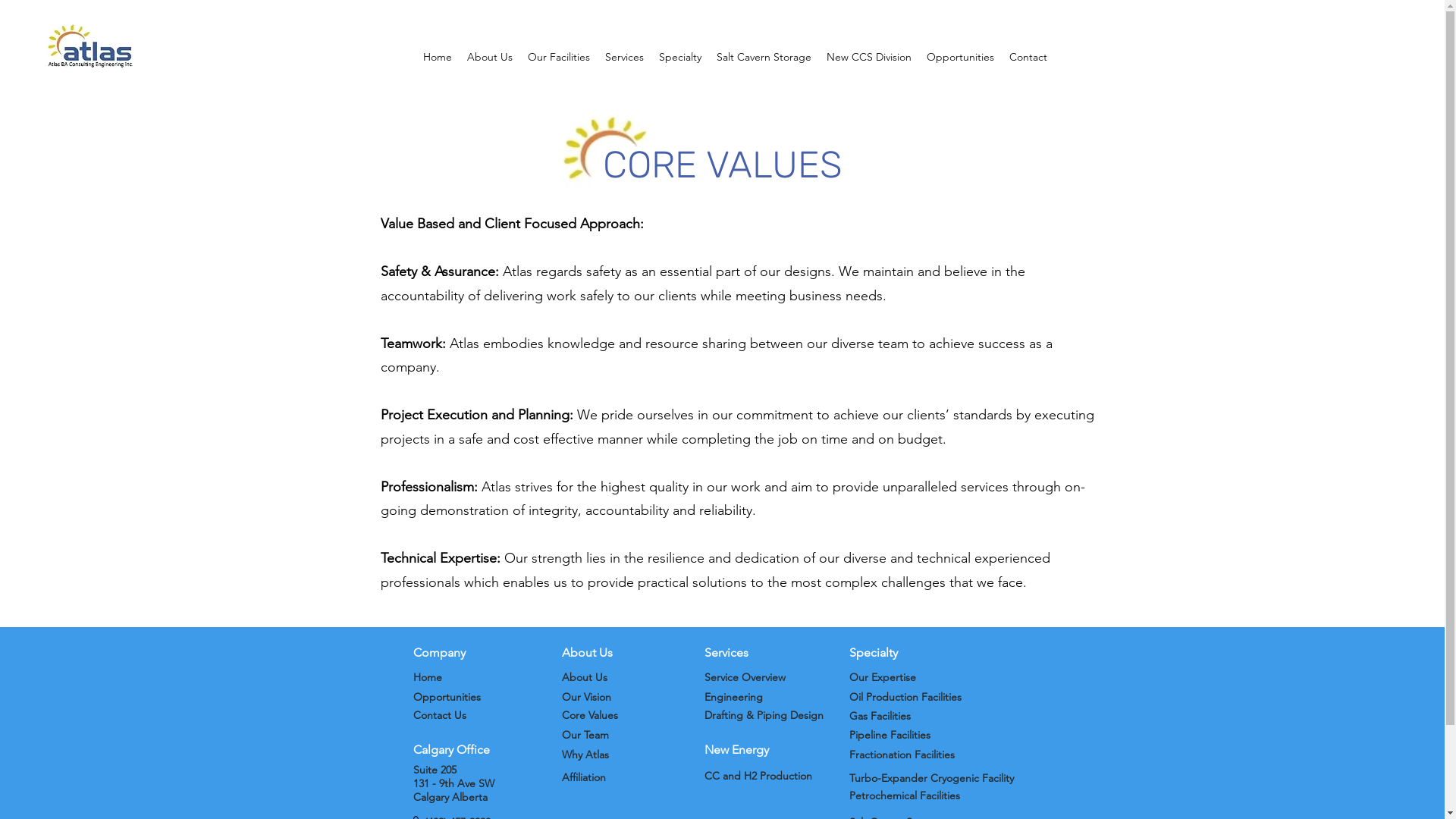  What do you see at coordinates (584, 733) in the screenshot?
I see `'Our Team'` at bounding box center [584, 733].